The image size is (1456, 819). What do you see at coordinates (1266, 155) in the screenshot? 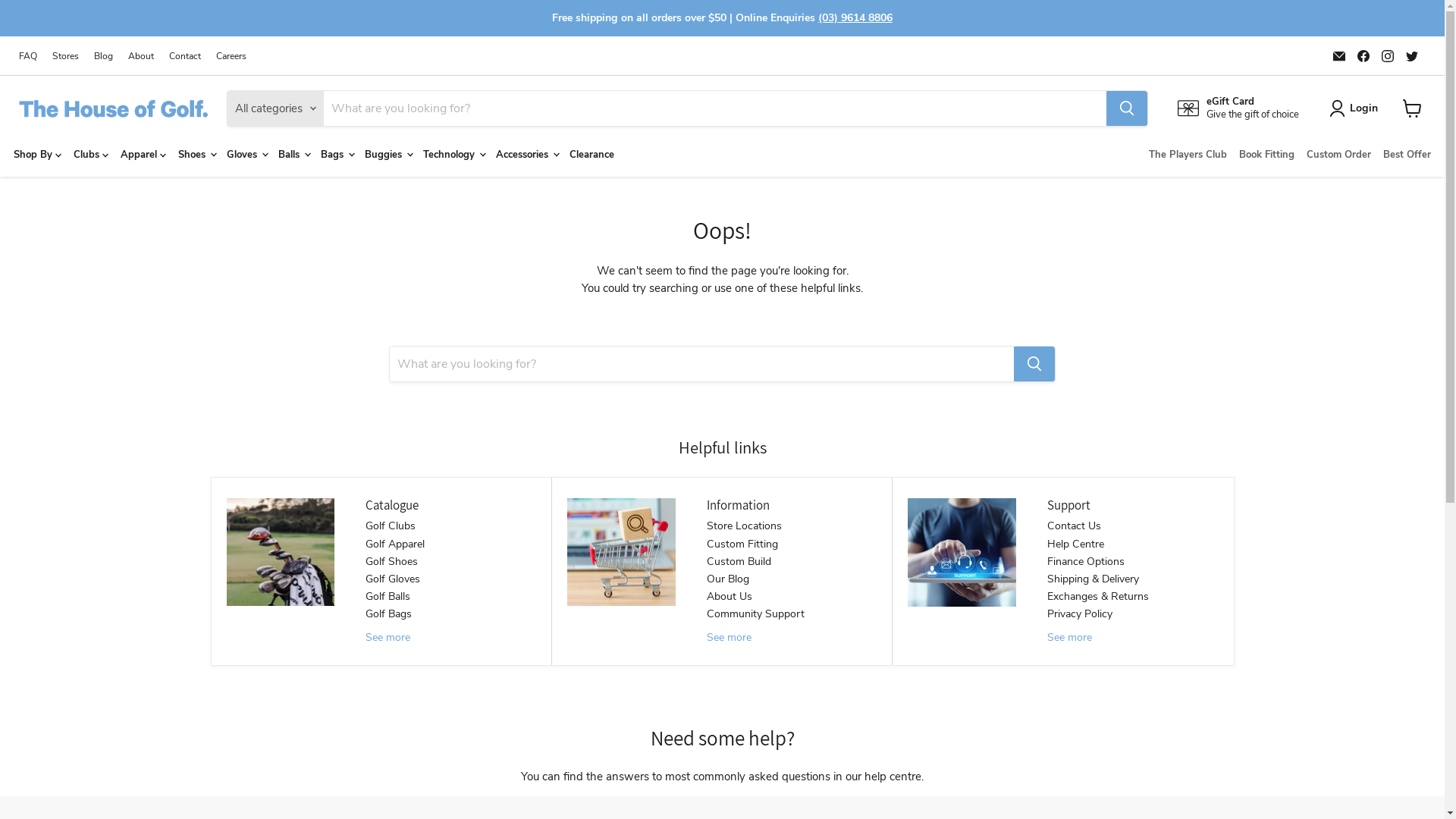
I see `'Book Fitting'` at bounding box center [1266, 155].